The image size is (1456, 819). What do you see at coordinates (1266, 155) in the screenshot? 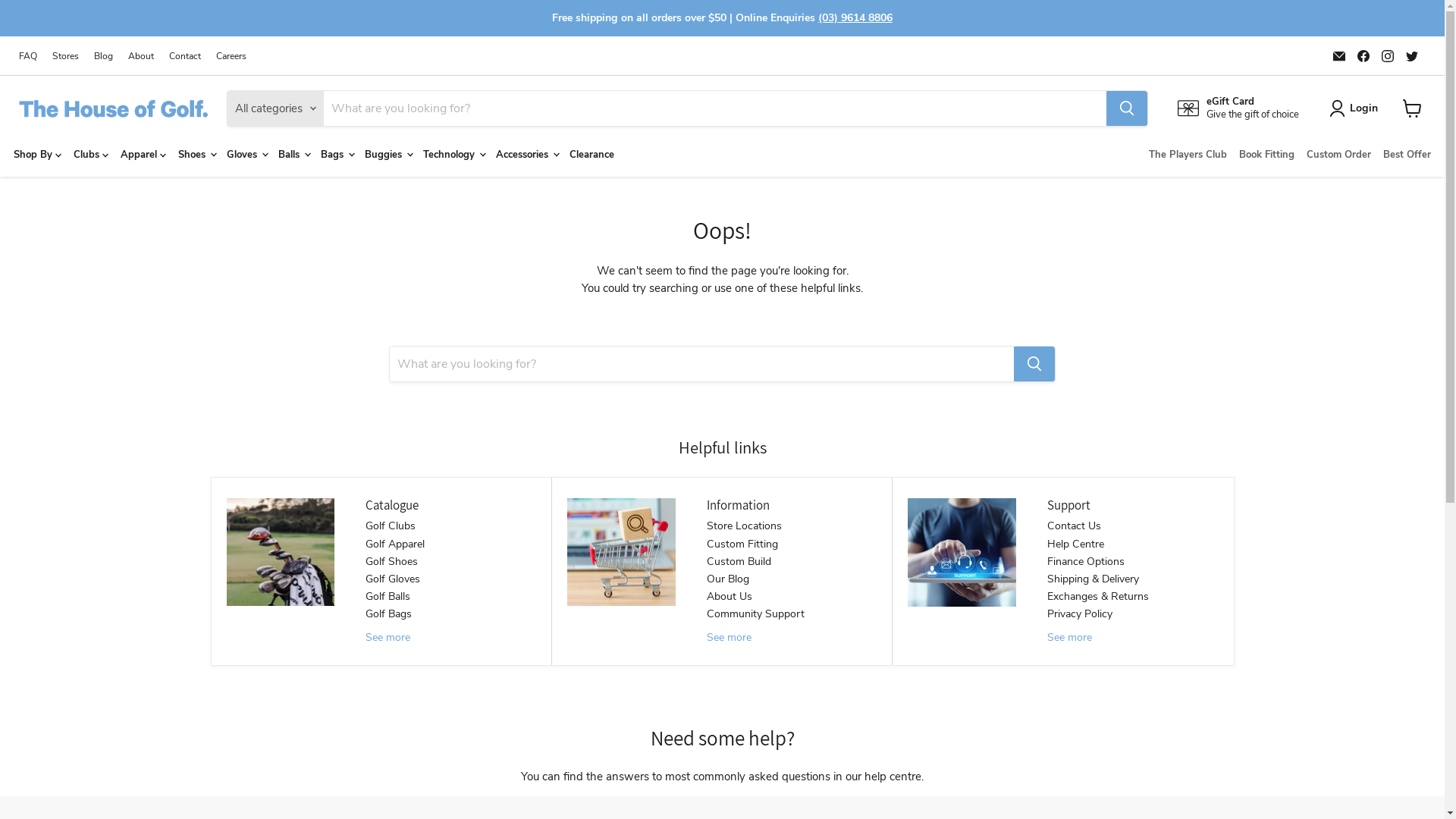
I see `'Book Fitting'` at bounding box center [1266, 155].